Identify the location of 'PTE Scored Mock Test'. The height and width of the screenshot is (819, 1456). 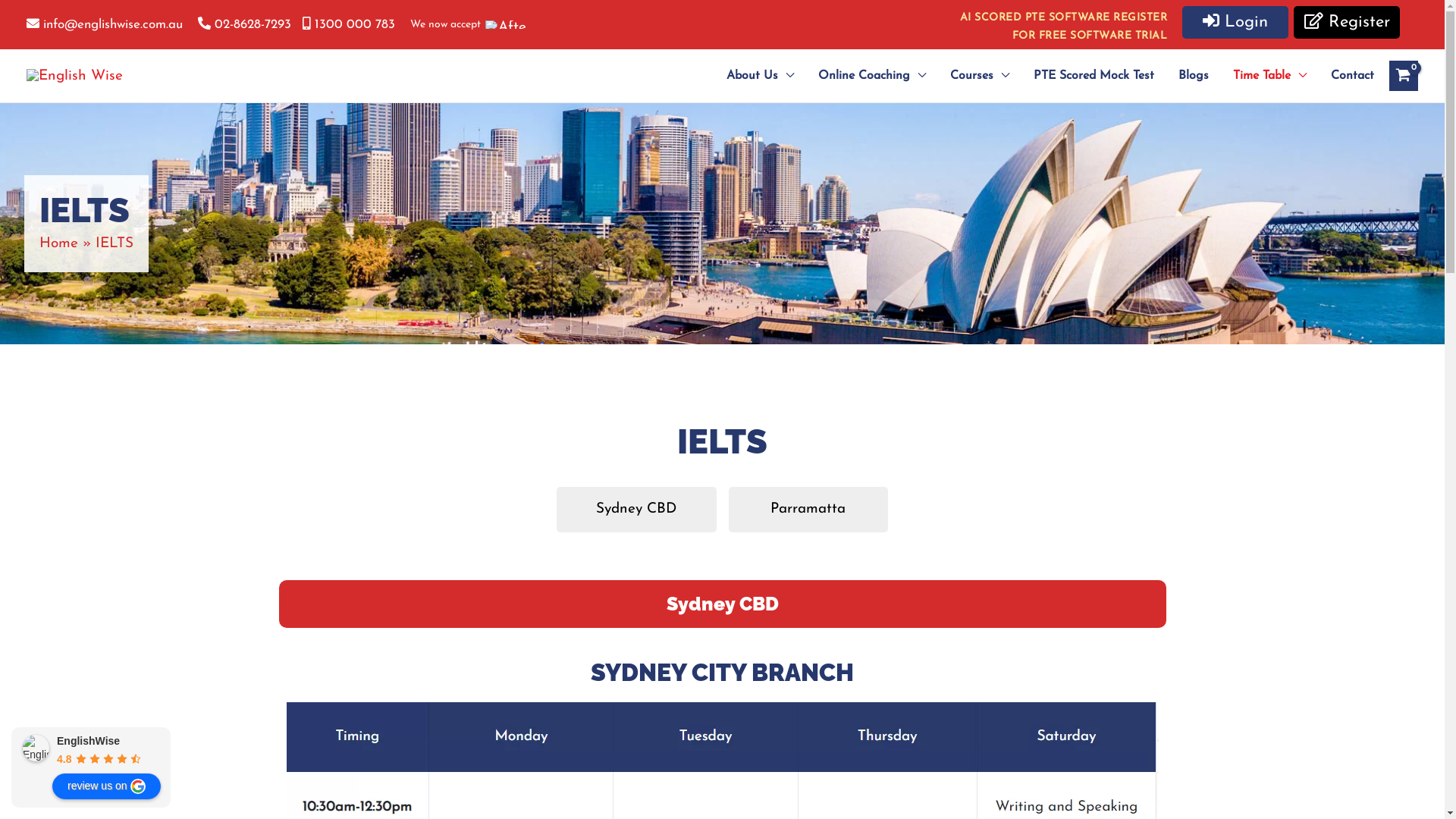
(1094, 76).